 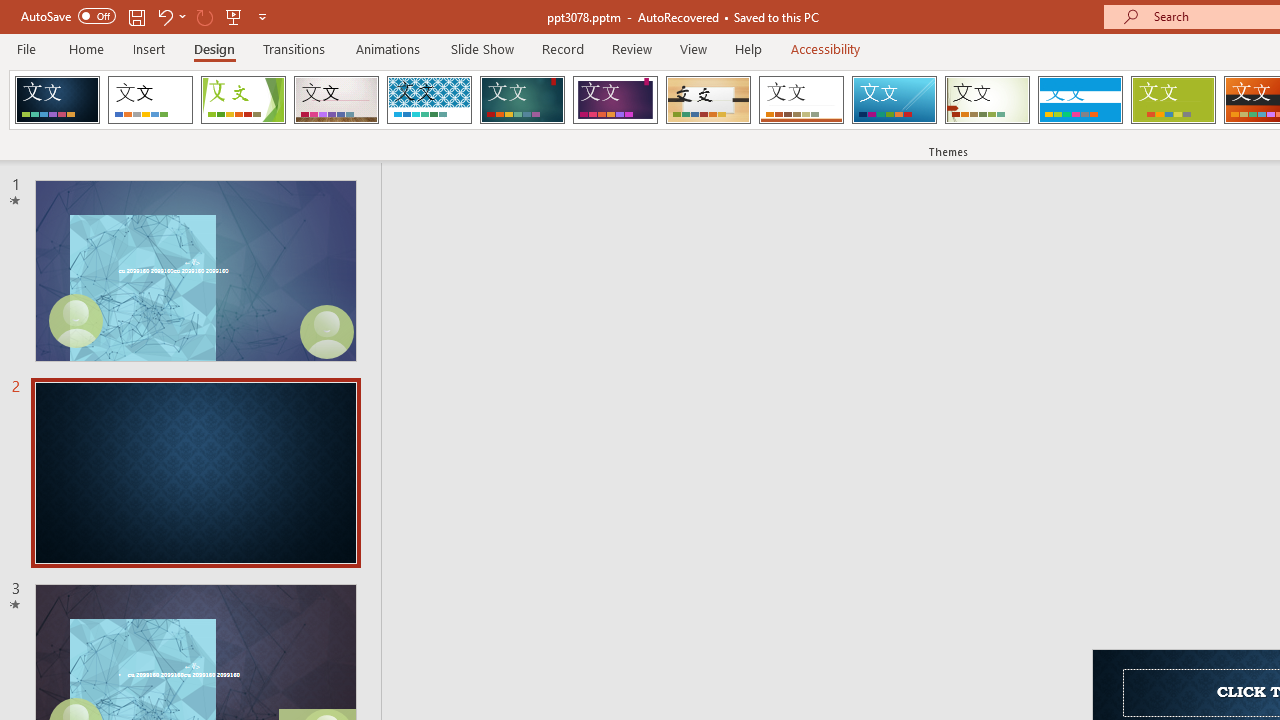 I want to click on 'Basis', so click(x=1173, y=100).